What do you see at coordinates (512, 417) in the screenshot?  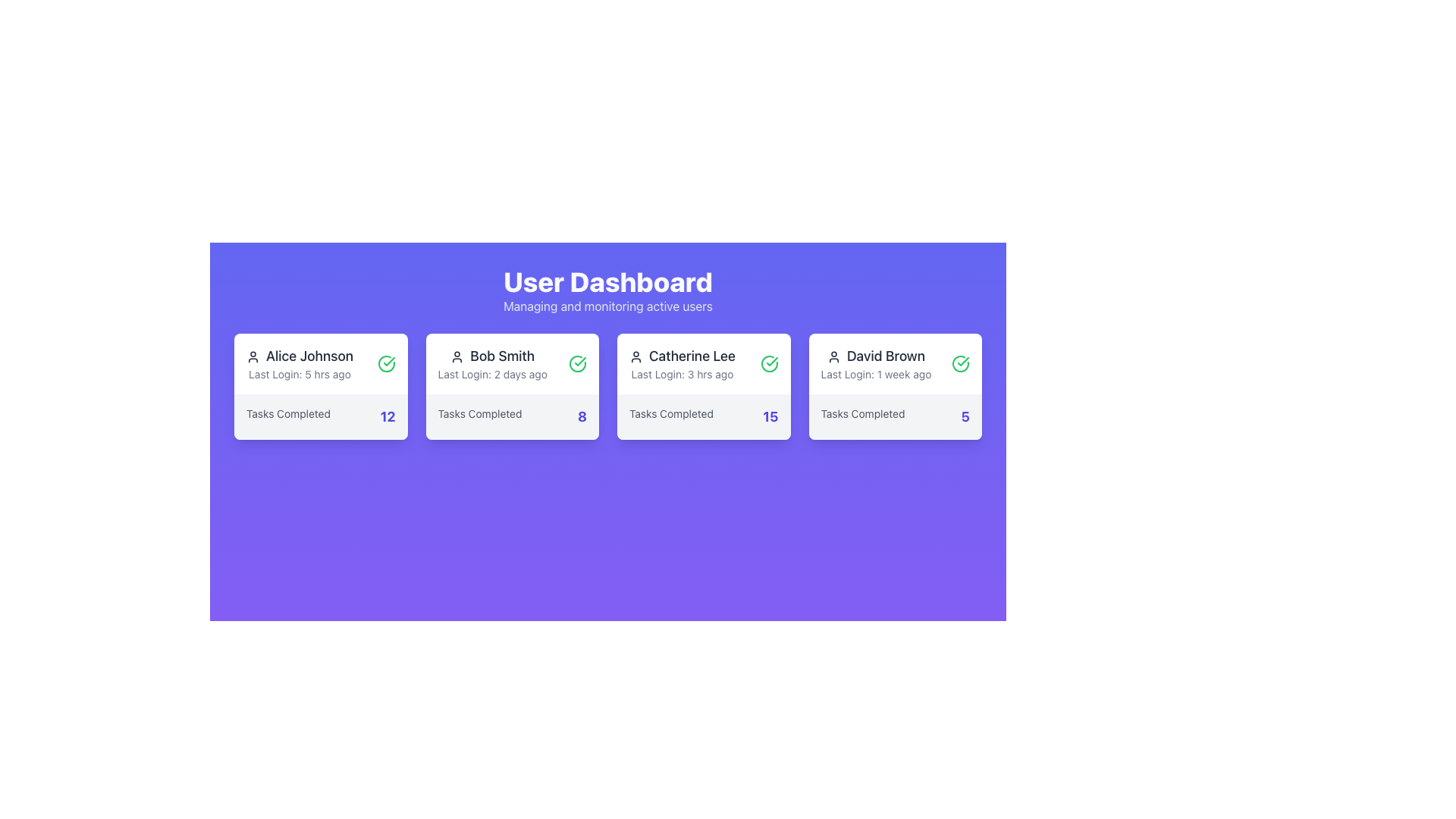 I see `text display indicating the number of tasks completed by user 'Bob Smith', which shows '8', located at the bottom of the card under 'Last Login: 2 days ago'` at bounding box center [512, 417].